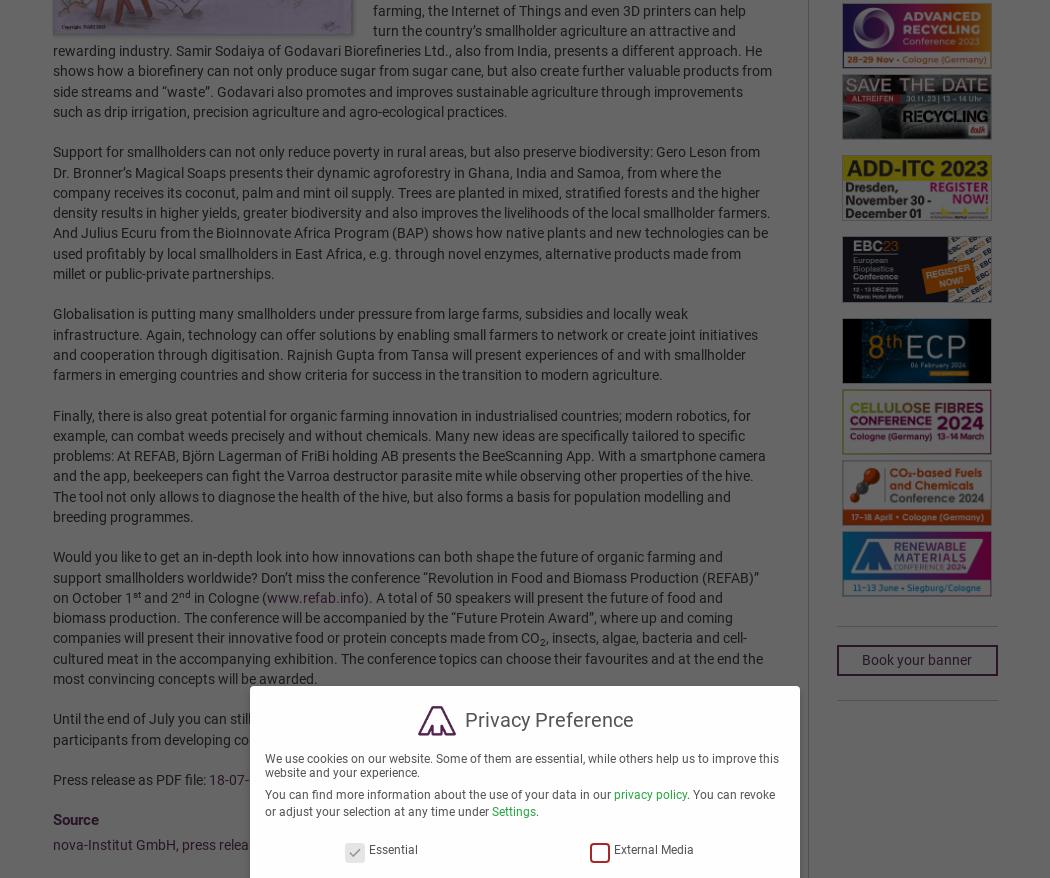 Image resolution: width=1050 pixels, height=878 pixels. Describe the element at coordinates (197, 844) in the screenshot. I see `'nova-Institut GmbH, press release, 2018-07-02.'` at that location.